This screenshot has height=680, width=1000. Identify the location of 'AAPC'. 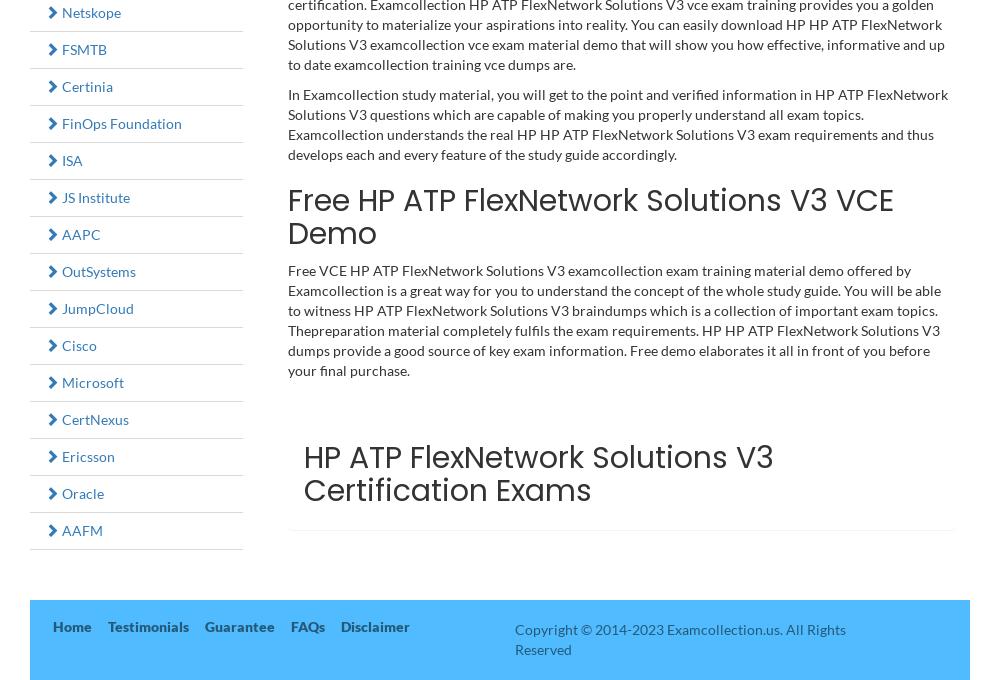
(79, 233).